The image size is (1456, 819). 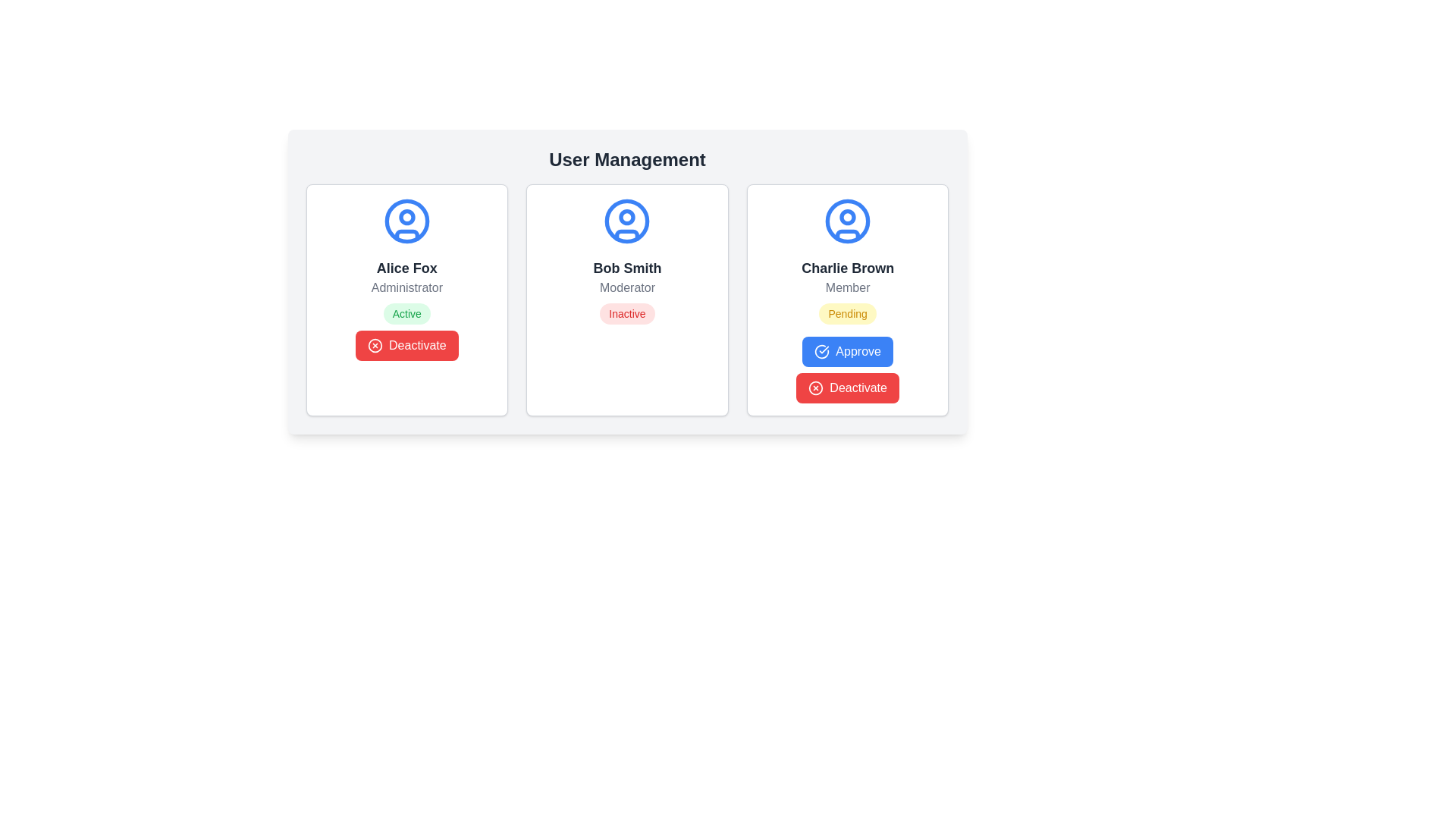 What do you see at coordinates (406, 221) in the screenshot?
I see `the blue user profile icon with a circular design located at the top of the card labeled 'Alice Fox'` at bounding box center [406, 221].